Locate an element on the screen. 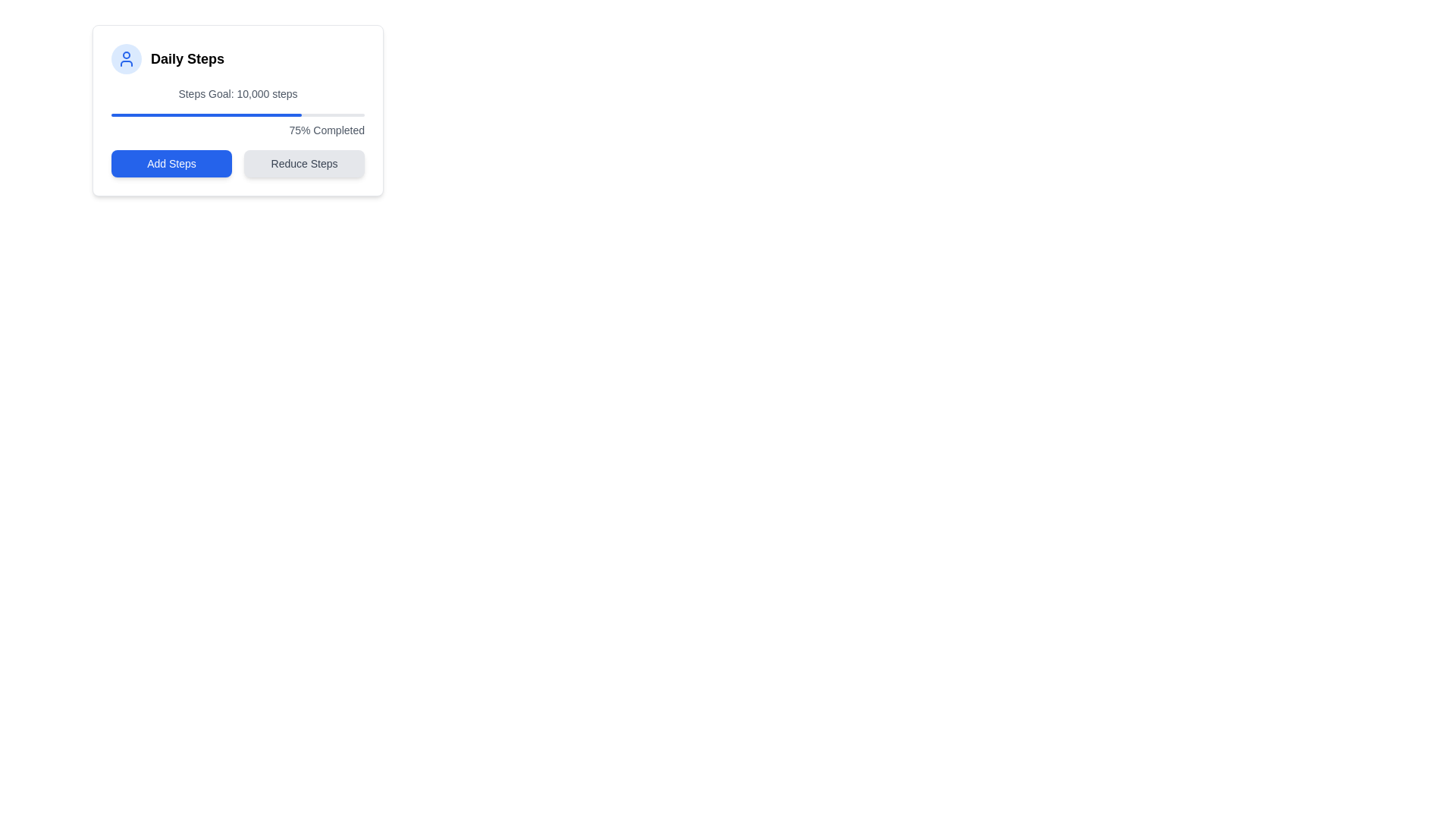  the user profile icon located at the top-left corner of the 'Daily Steps' card, which is visually represented within a circular background is located at coordinates (127, 58).